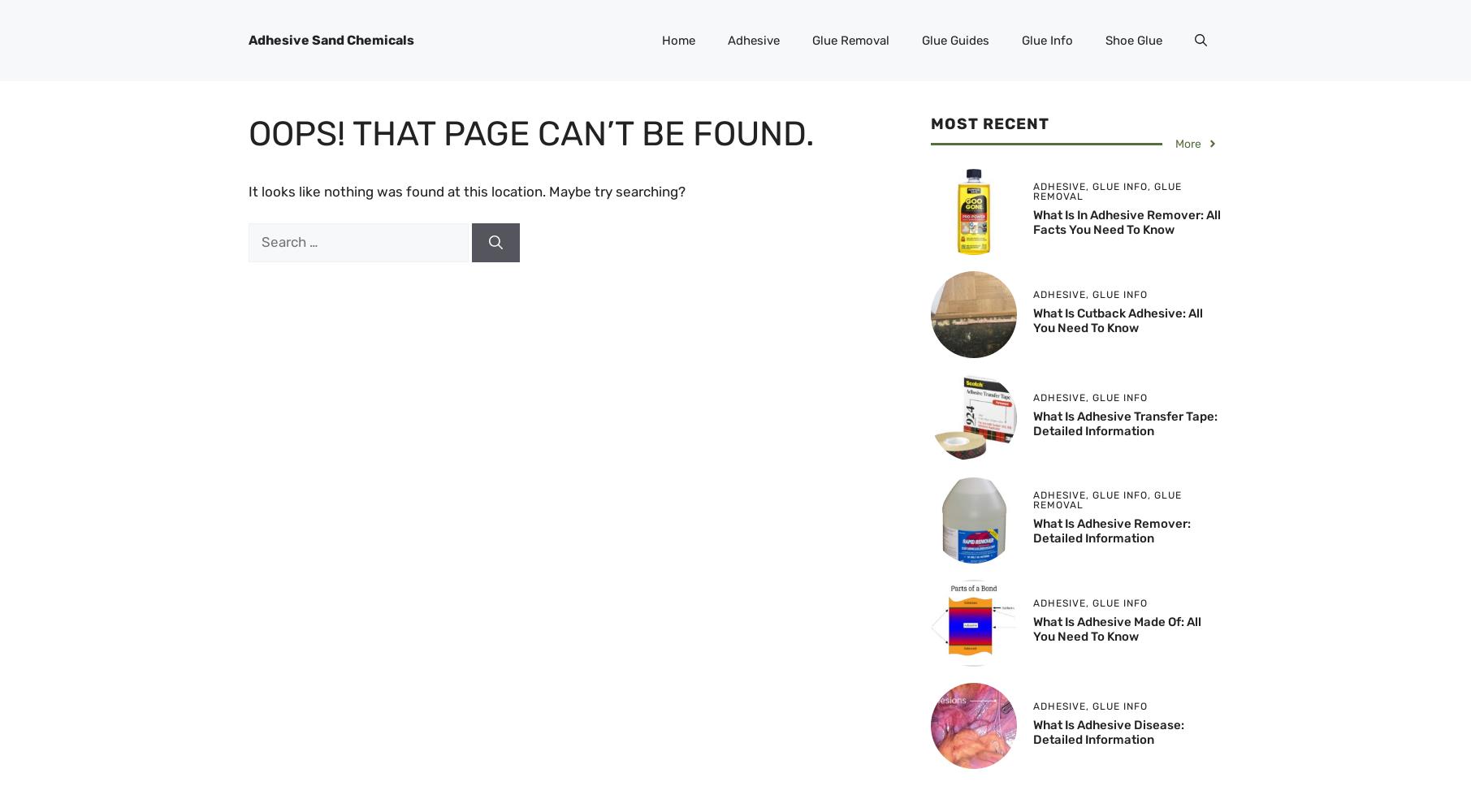 Image resolution: width=1471 pixels, height=812 pixels. Describe the element at coordinates (1033, 732) in the screenshot. I see `'What Is Adhesive Disease: Detailed Information'` at that location.